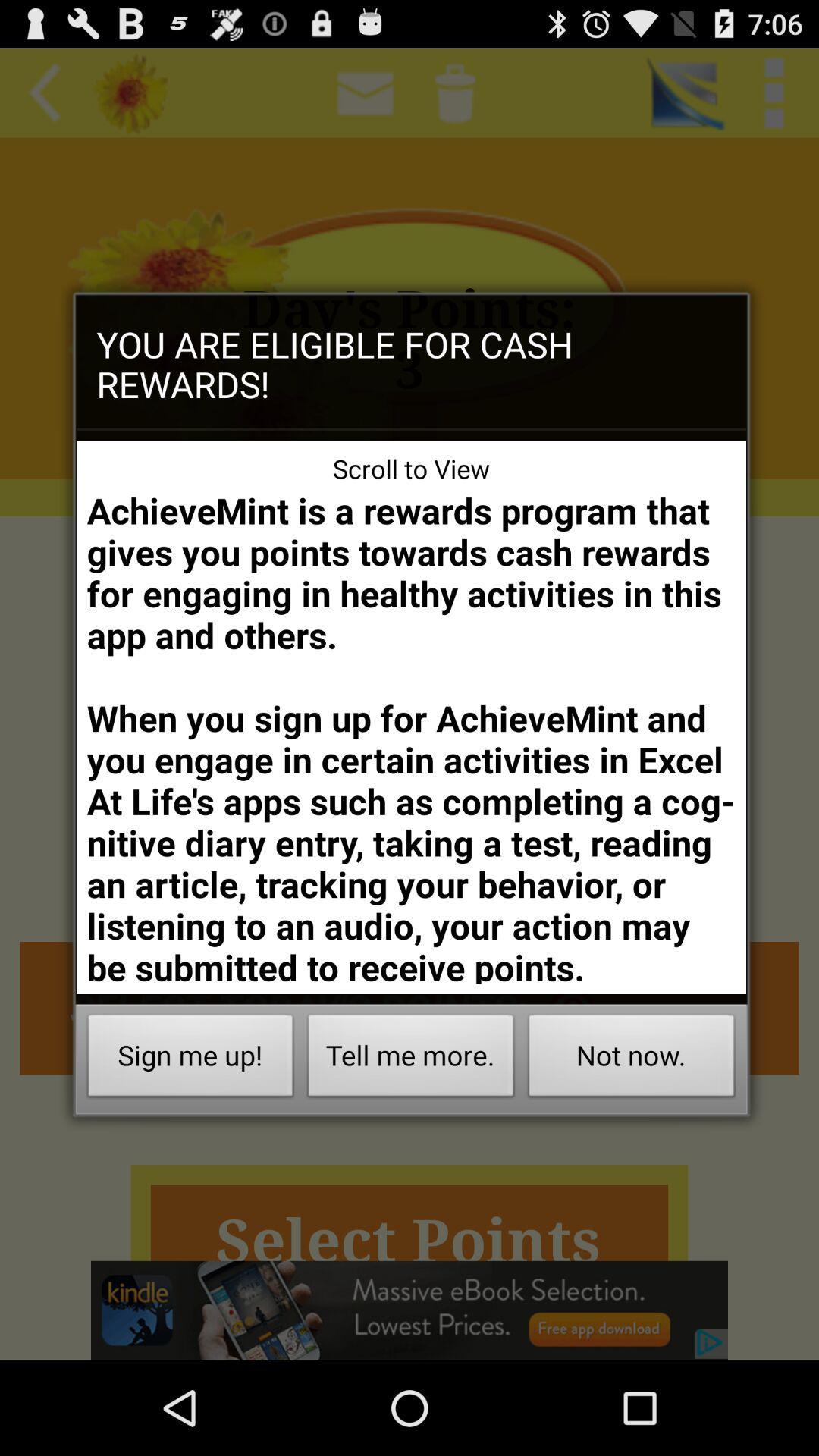 This screenshot has height=1456, width=819. I want to click on the item at the bottom right corner, so click(632, 1059).